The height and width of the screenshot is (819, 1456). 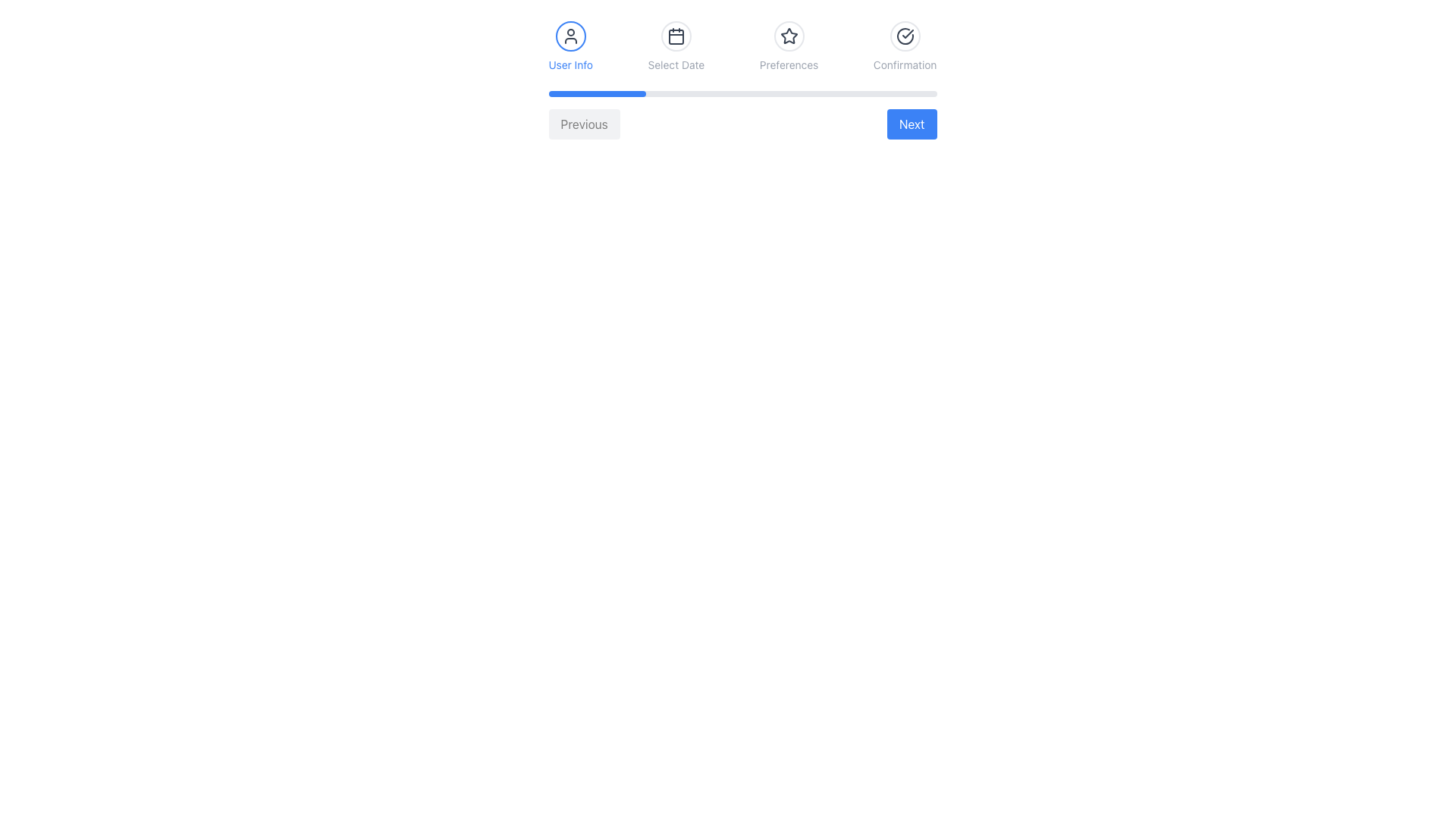 I want to click on the 'Previous' button, which is a rectangular button with a light gray background and rounded corners, so click(x=583, y=124).